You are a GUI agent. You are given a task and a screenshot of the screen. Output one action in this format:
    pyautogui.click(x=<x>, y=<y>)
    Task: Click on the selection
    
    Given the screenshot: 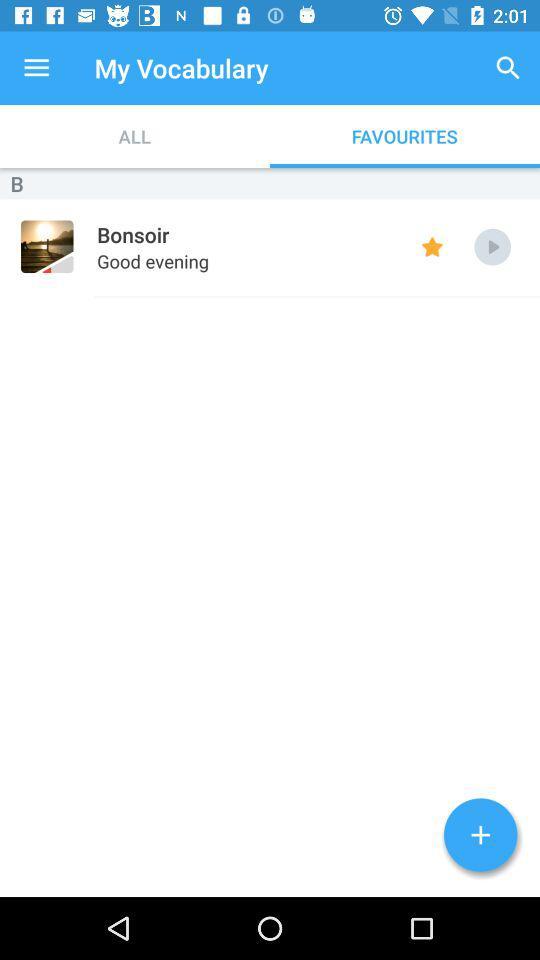 What is the action you would take?
    pyautogui.click(x=491, y=246)
    